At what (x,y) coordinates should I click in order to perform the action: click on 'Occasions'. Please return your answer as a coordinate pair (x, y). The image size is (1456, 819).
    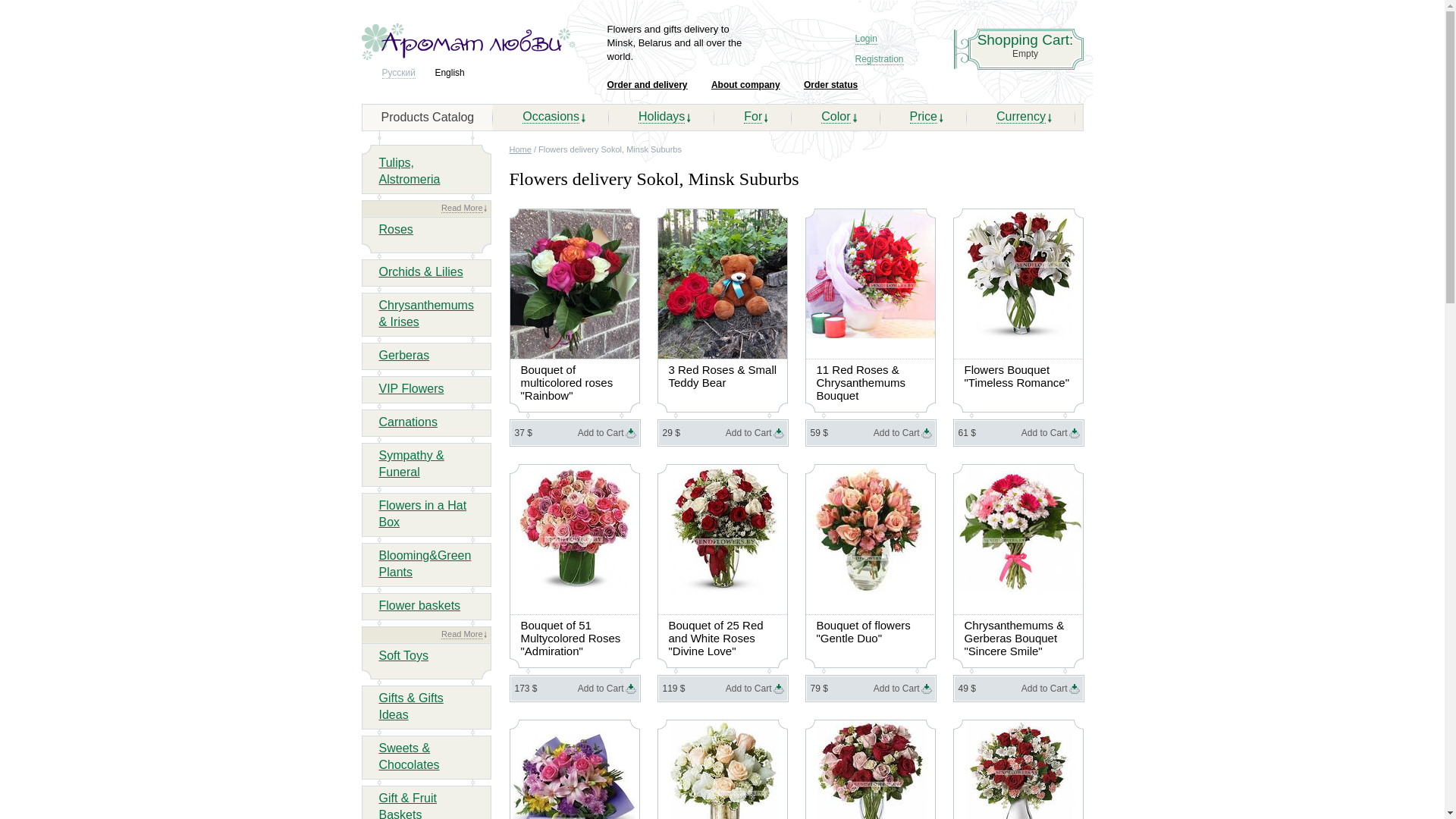
    Looking at the image, I should click on (550, 116).